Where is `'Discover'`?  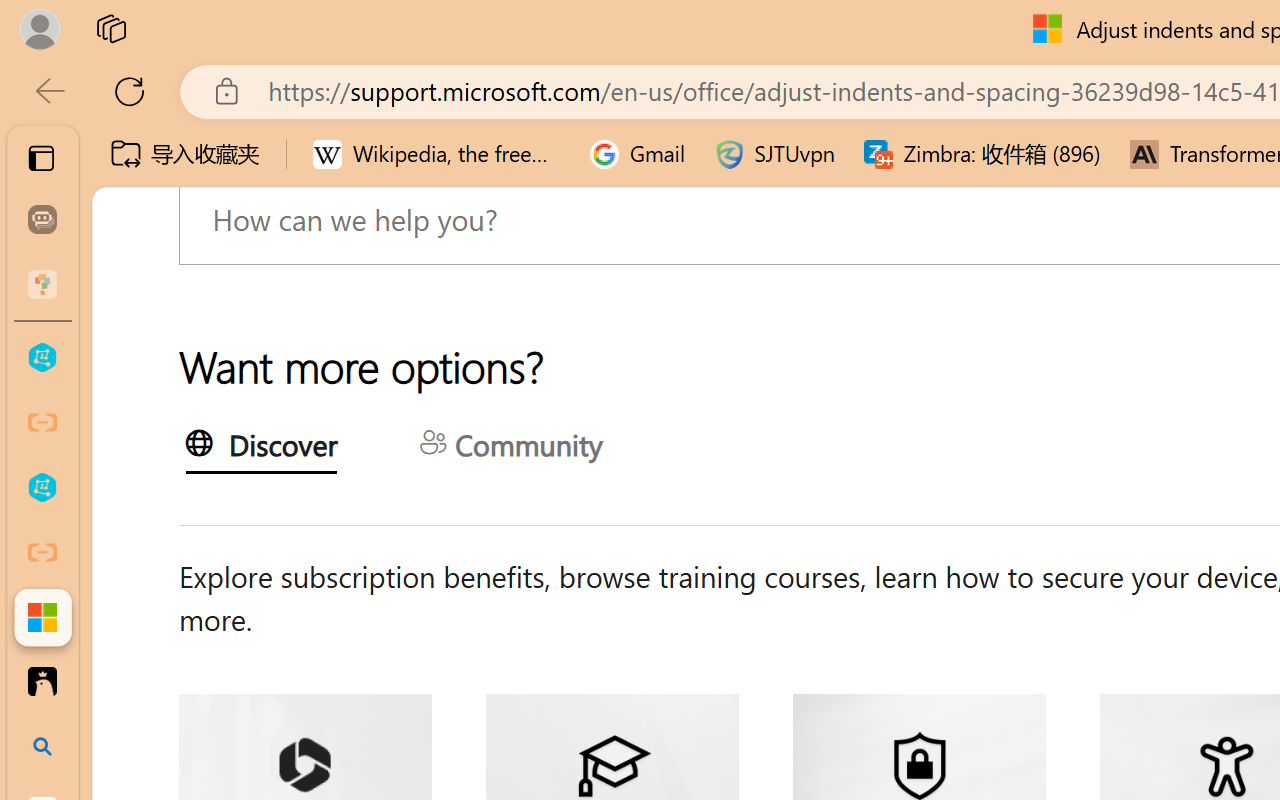
'Discover' is located at coordinates (260, 448).